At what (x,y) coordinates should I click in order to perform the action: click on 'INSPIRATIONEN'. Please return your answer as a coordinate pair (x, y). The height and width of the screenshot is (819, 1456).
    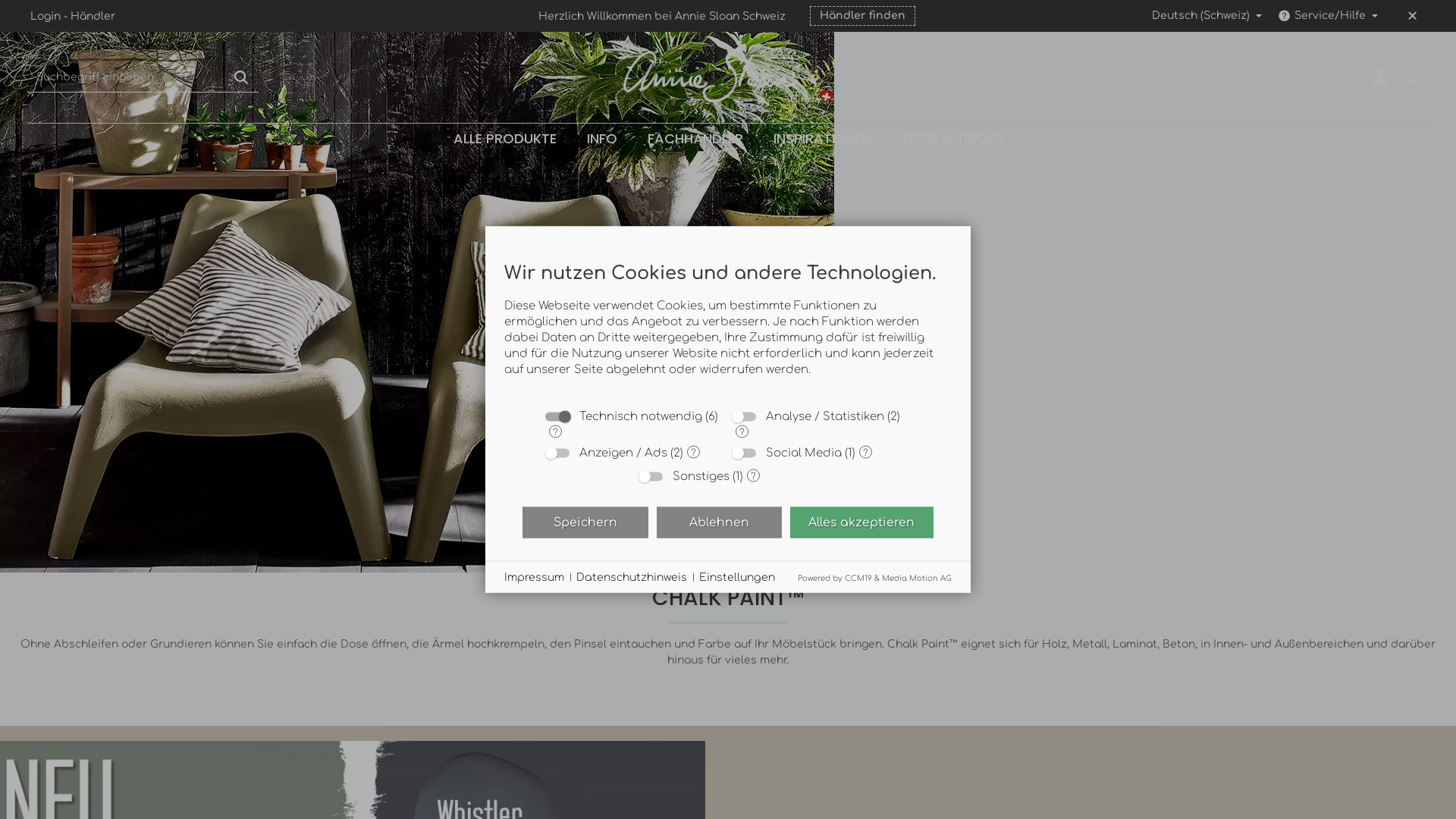
    Looking at the image, I should click on (758, 138).